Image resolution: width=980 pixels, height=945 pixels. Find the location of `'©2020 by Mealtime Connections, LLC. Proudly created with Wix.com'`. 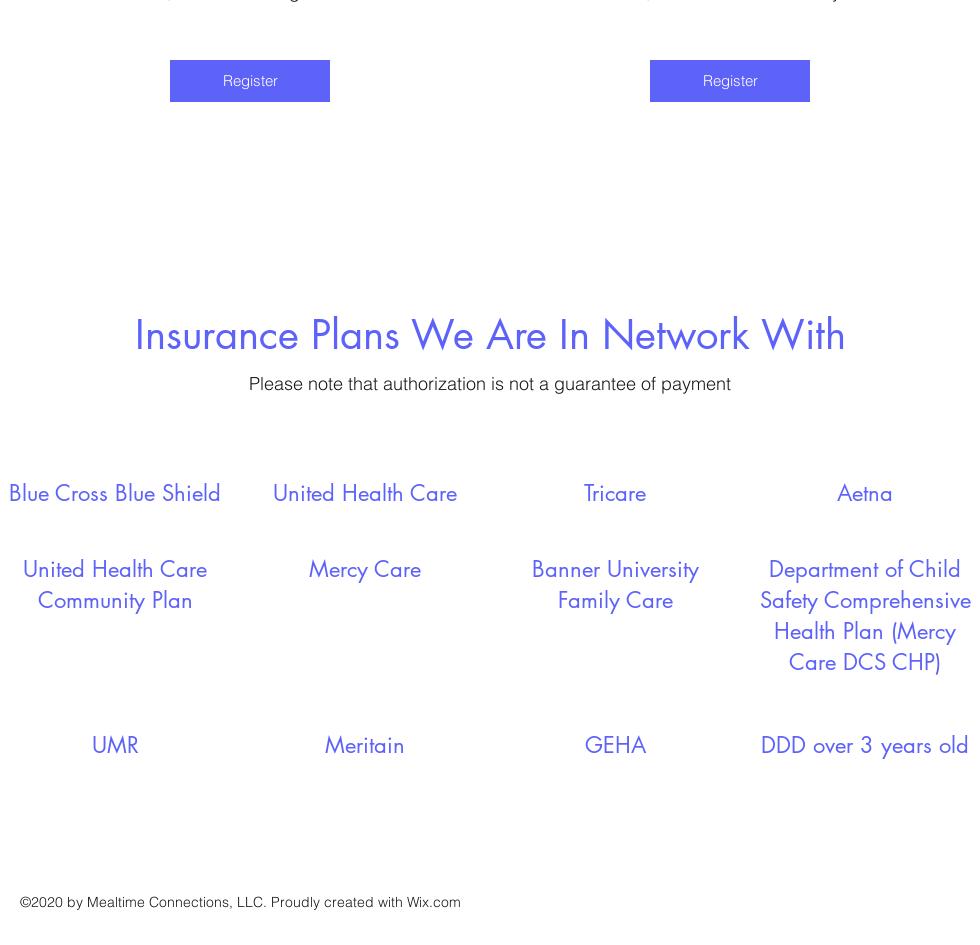

'©2020 by Mealtime Connections, LLC. Proudly created with Wix.com' is located at coordinates (240, 899).